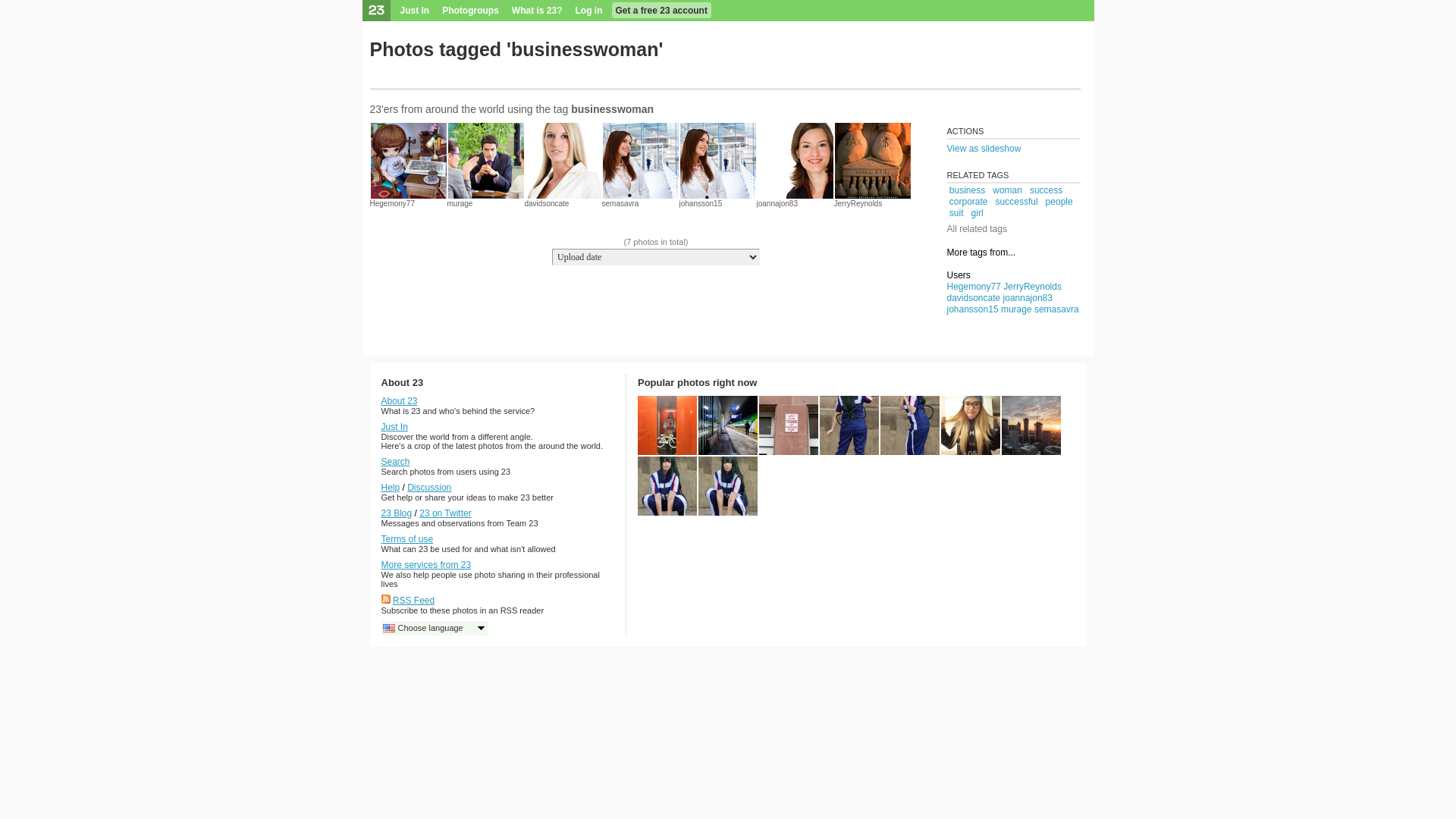 The height and width of the screenshot is (819, 1456). Describe the element at coordinates (1058, 201) in the screenshot. I see `'people'` at that location.